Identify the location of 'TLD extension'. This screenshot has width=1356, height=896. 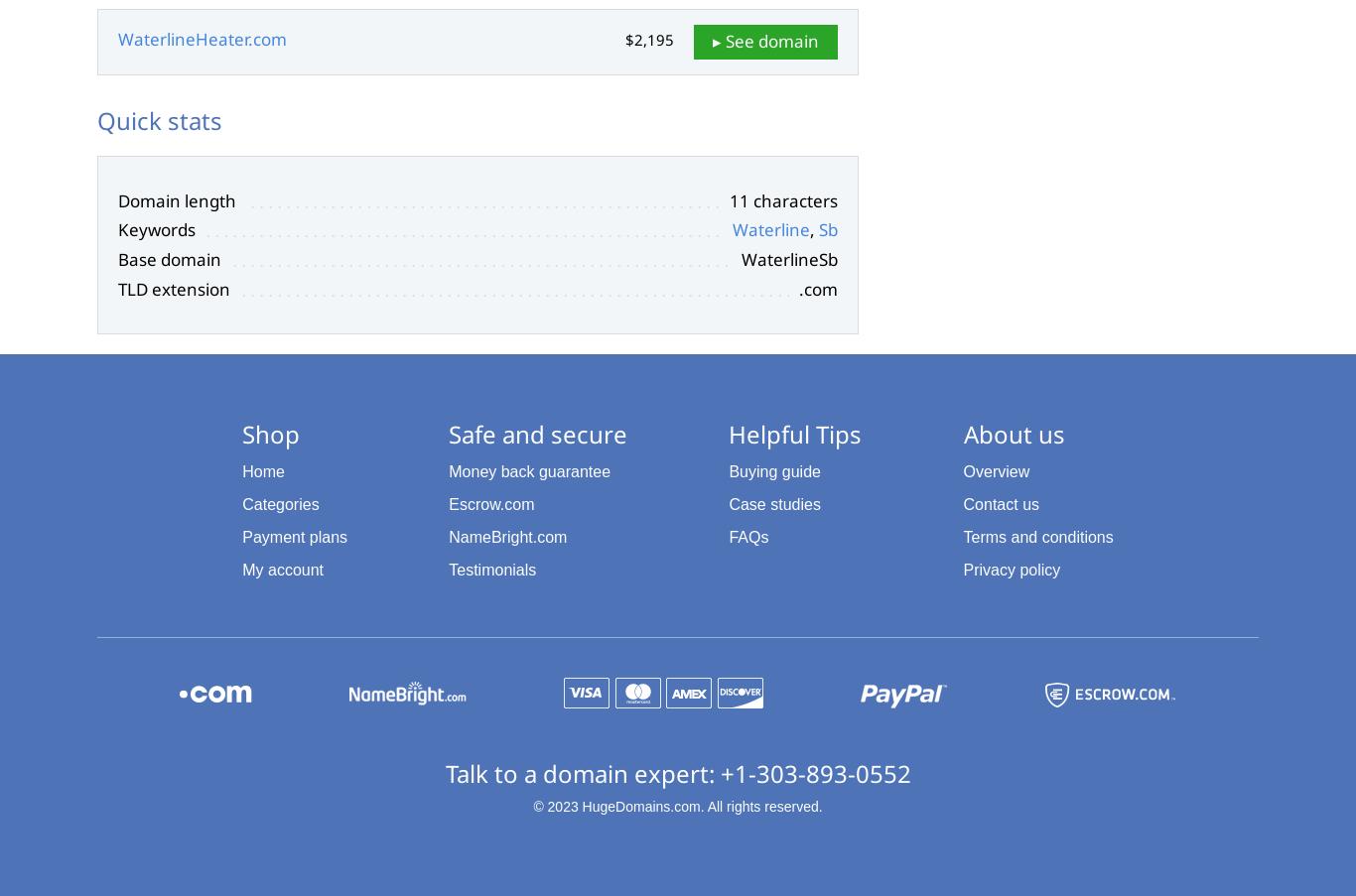
(173, 287).